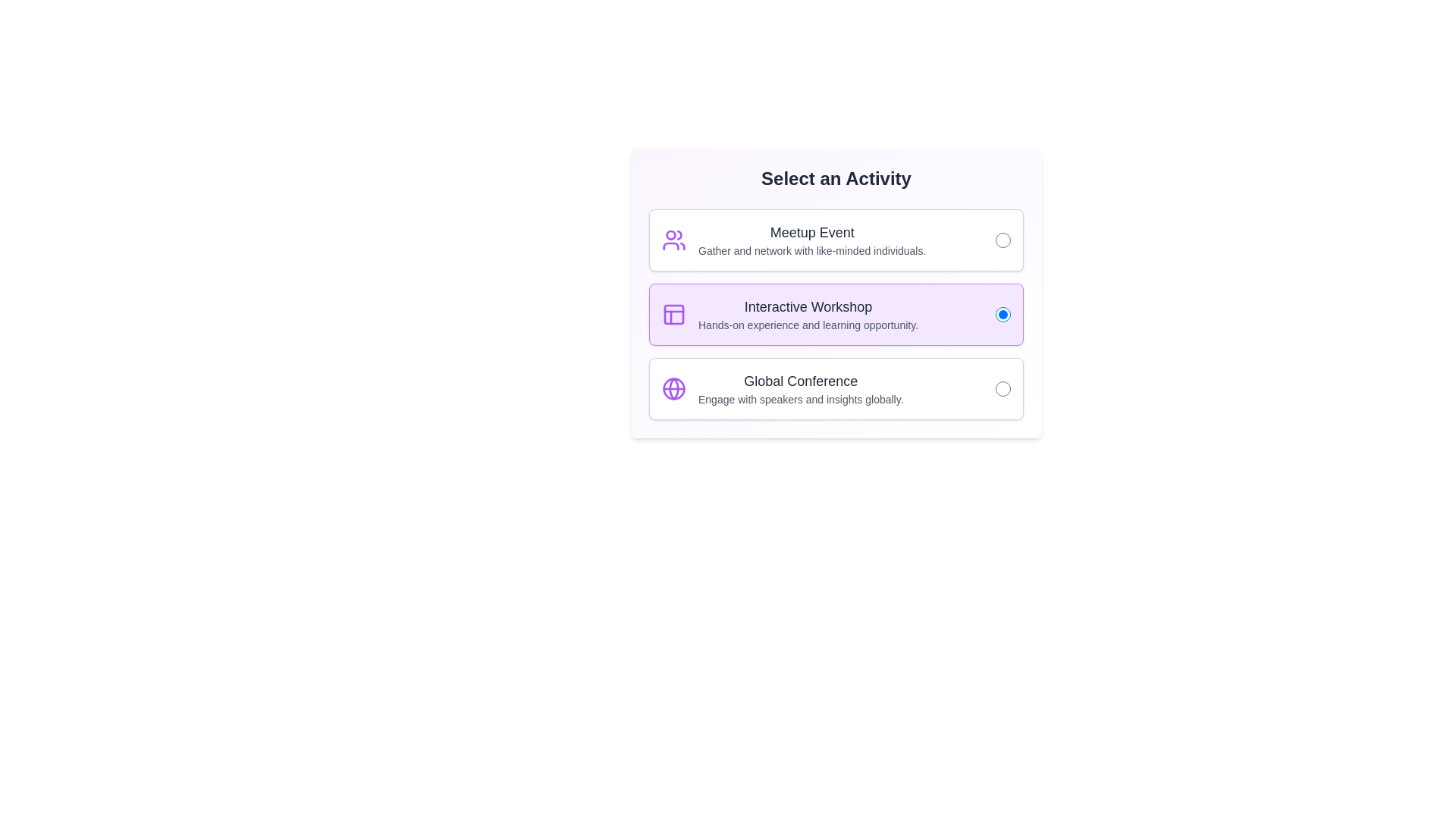  I want to click on the title label for the selectable option located in the center of the second box, which is positioned above the text 'Hands-on experience and learning opportunity.', so click(807, 307).